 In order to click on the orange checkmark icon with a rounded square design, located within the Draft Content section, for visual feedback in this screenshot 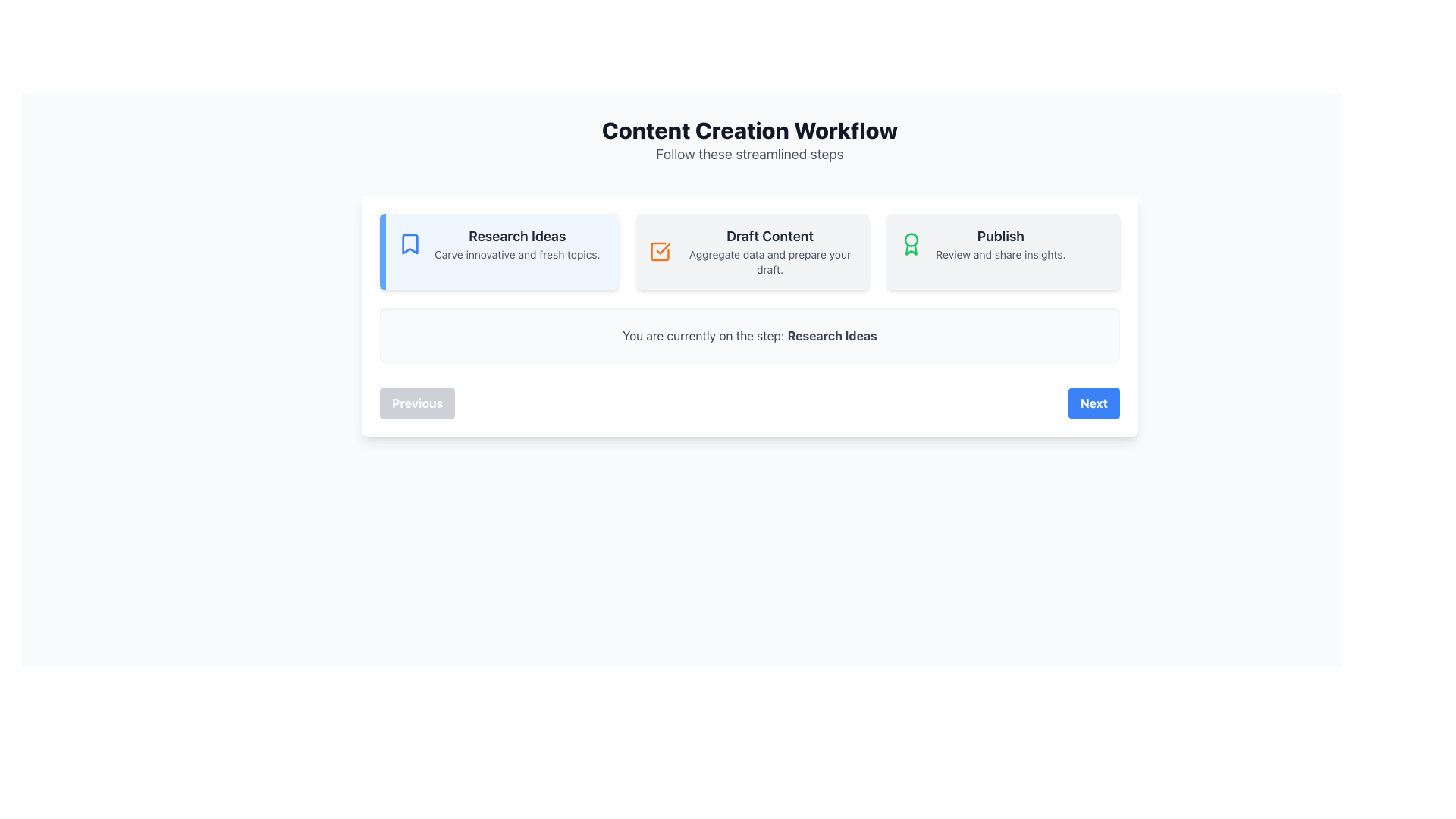, I will do `click(660, 250)`.